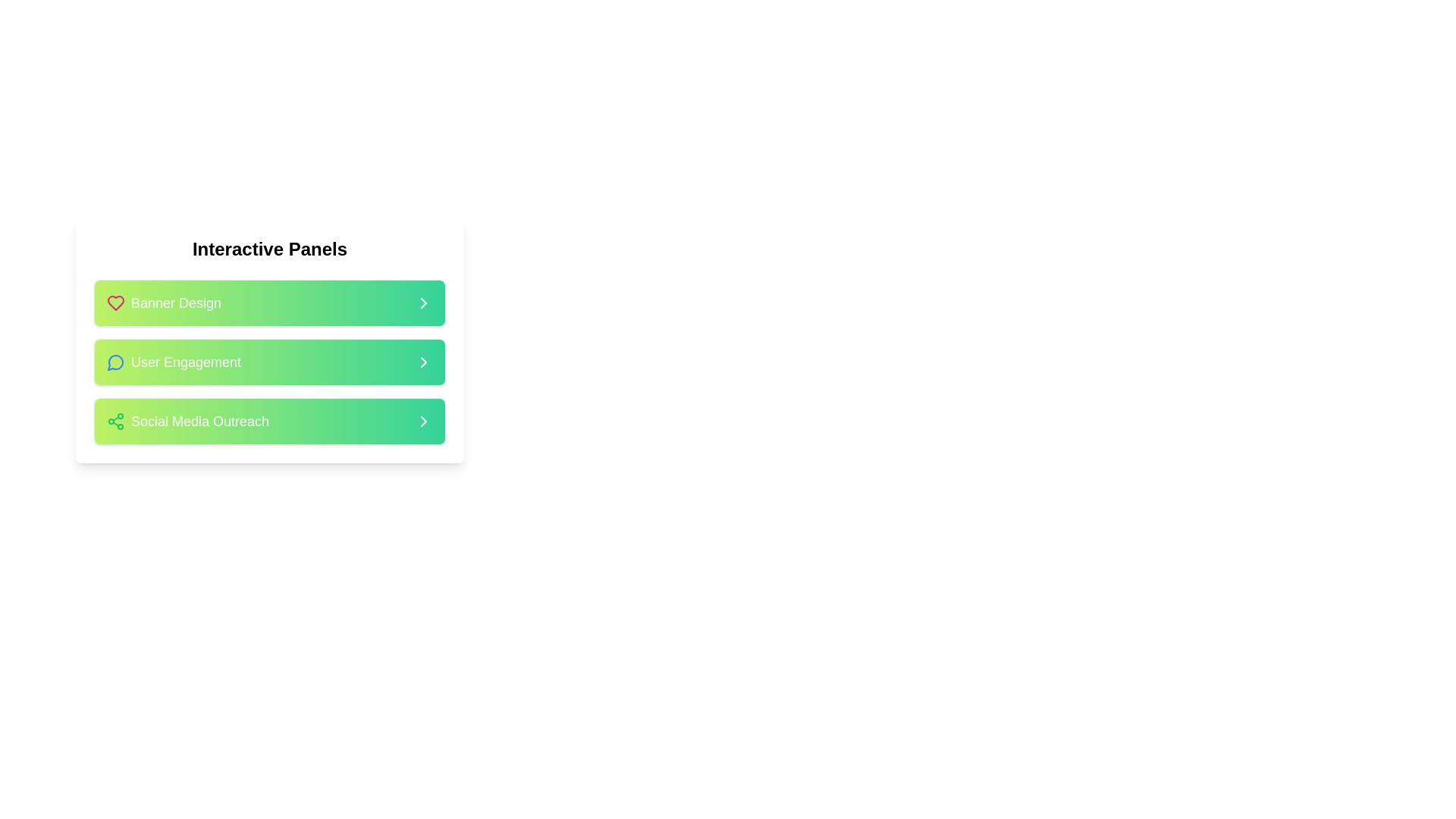 Image resolution: width=1456 pixels, height=819 pixels. What do you see at coordinates (423, 421) in the screenshot?
I see `the interactive icon located in the rightmost region of the third button under the 'Interactive Panels' heading` at bounding box center [423, 421].